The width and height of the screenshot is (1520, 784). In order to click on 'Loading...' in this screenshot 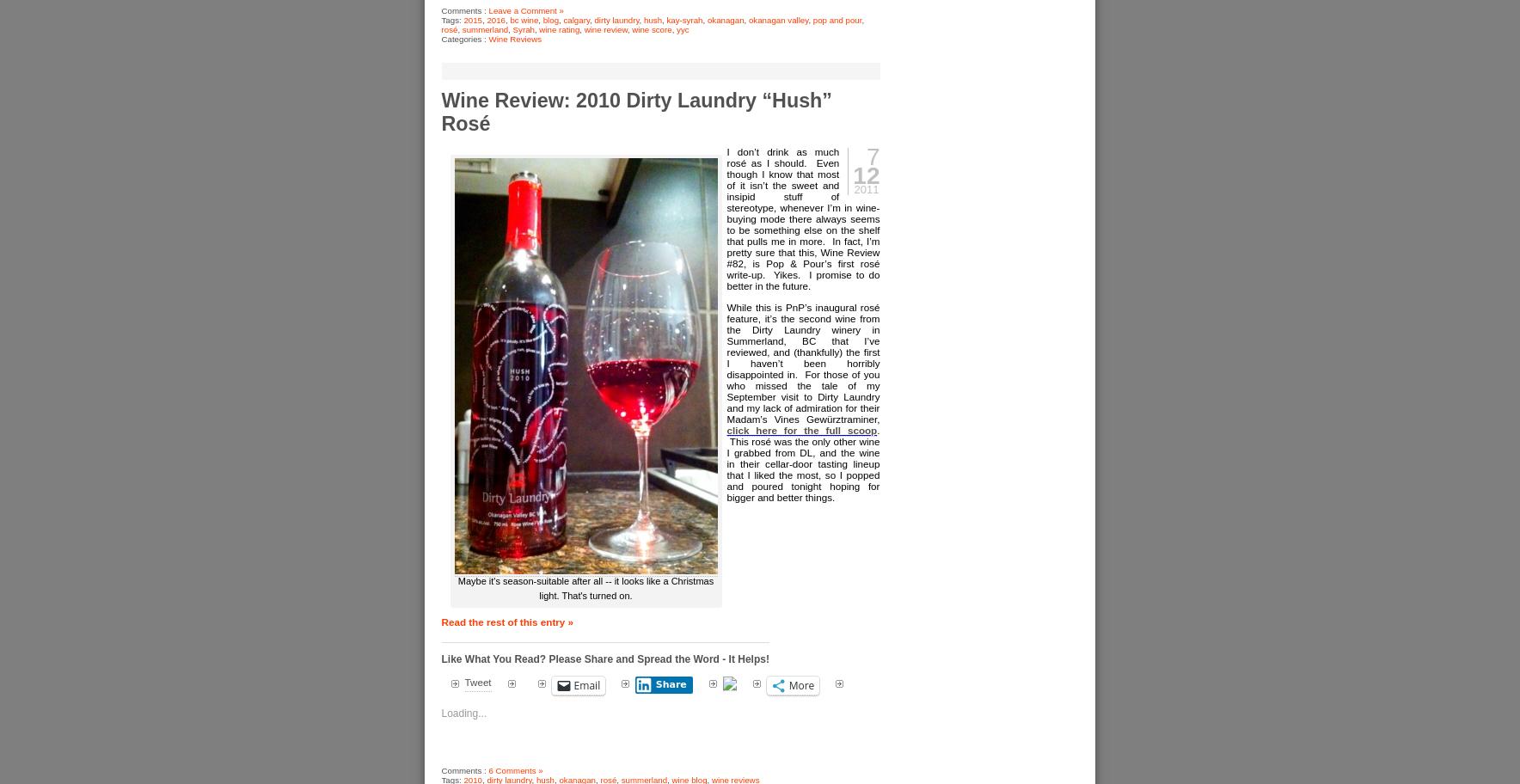, I will do `click(463, 713)`.